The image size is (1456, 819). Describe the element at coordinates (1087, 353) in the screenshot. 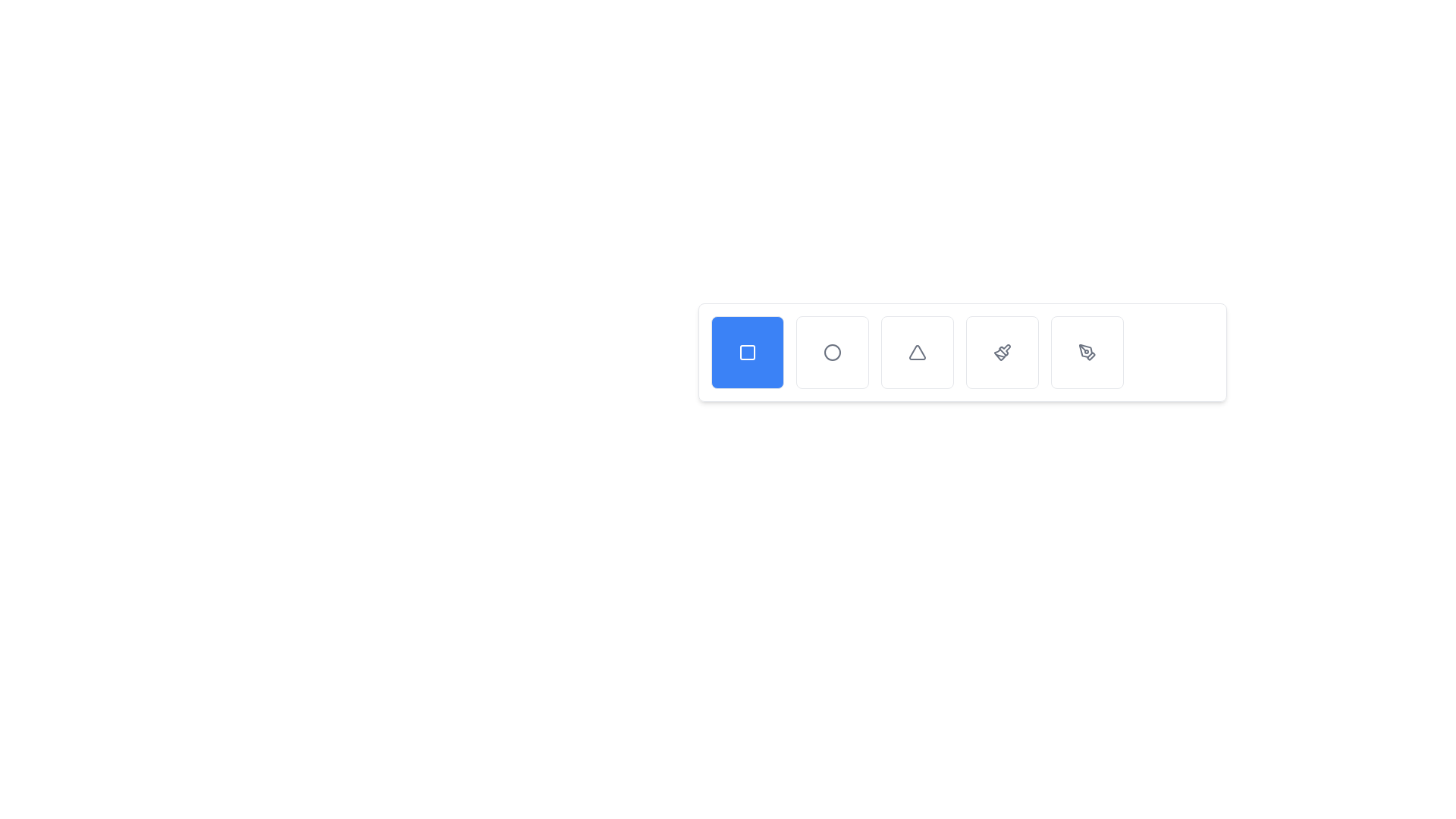

I see `the pen tool icon located as the fifth button from the left in the horizontal row of interactive buttons` at that location.